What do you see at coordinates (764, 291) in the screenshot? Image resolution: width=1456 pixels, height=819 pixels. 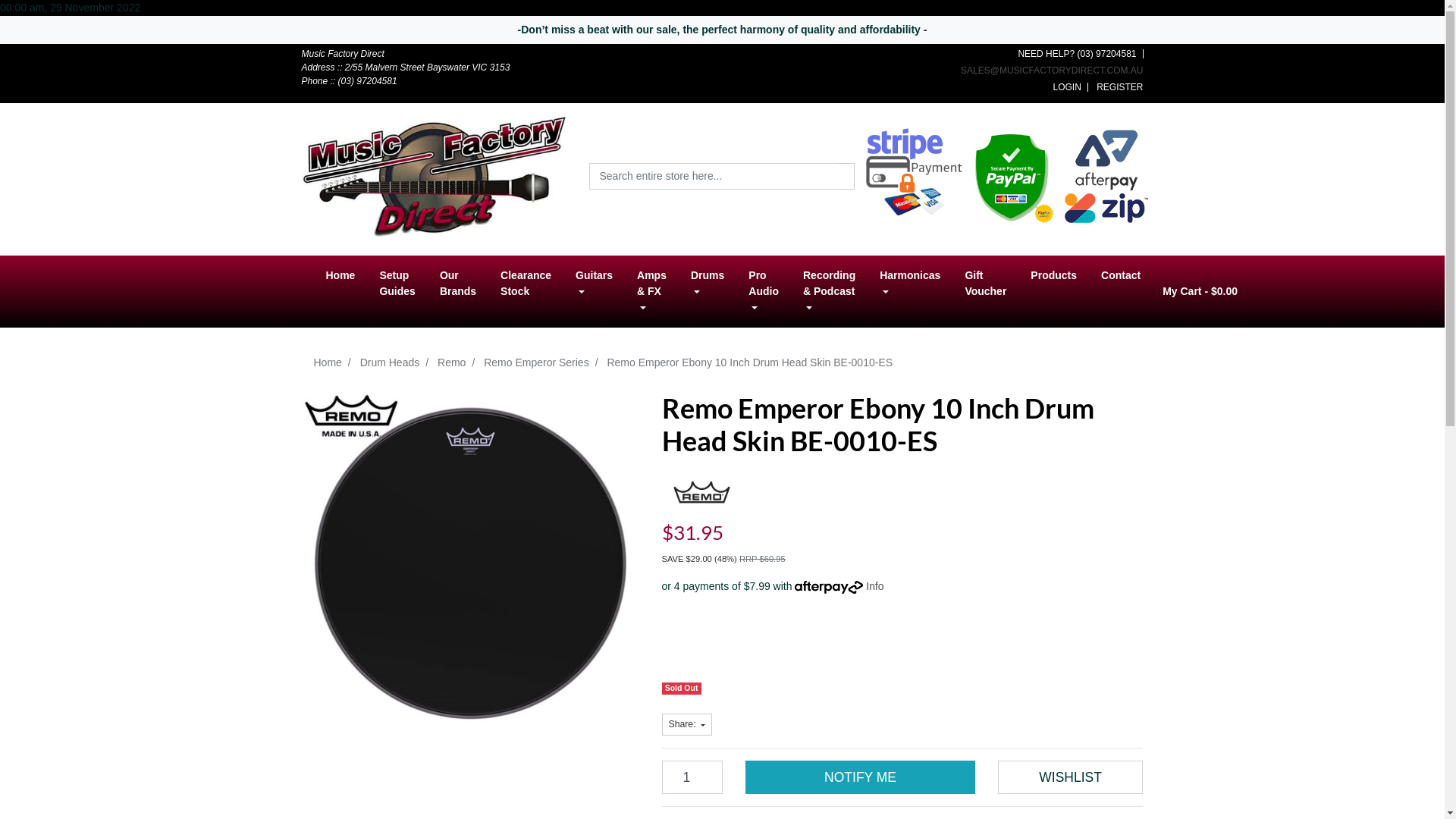 I see `'Pro Audio'` at bounding box center [764, 291].